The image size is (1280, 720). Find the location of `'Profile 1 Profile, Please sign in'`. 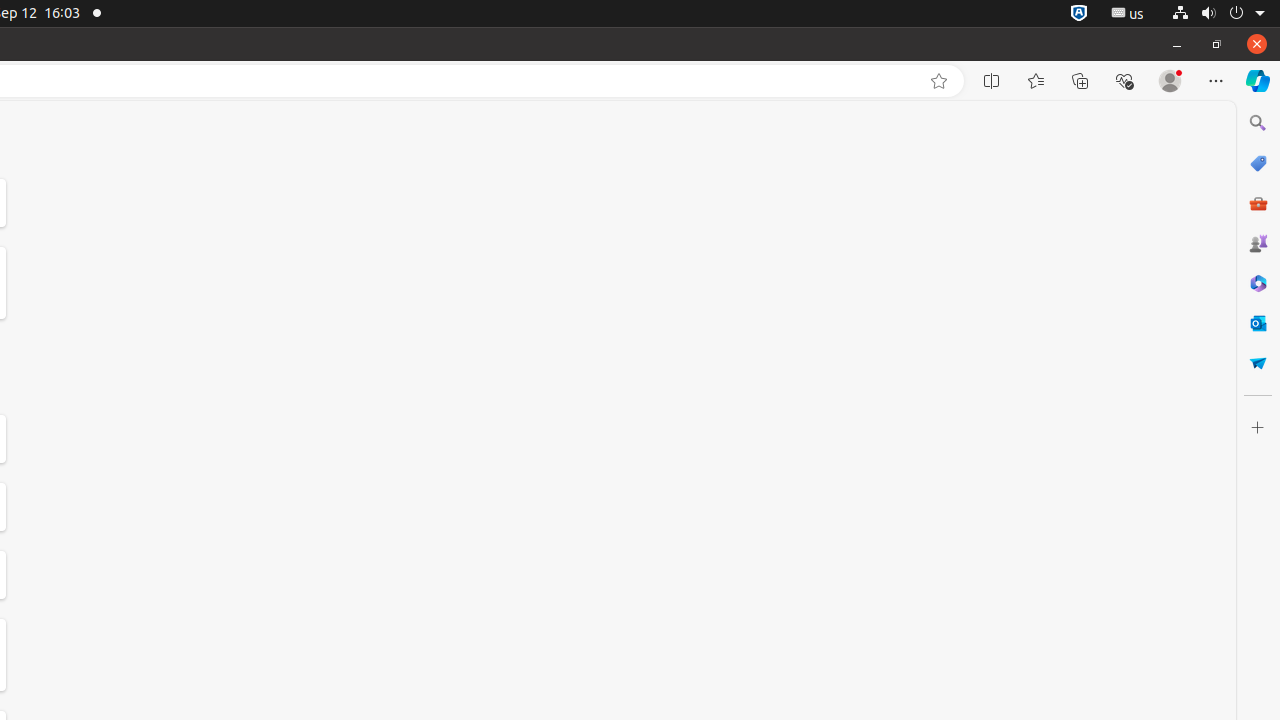

'Profile 1 Profile, Please sign in' is located at coordinates (1170, 80).